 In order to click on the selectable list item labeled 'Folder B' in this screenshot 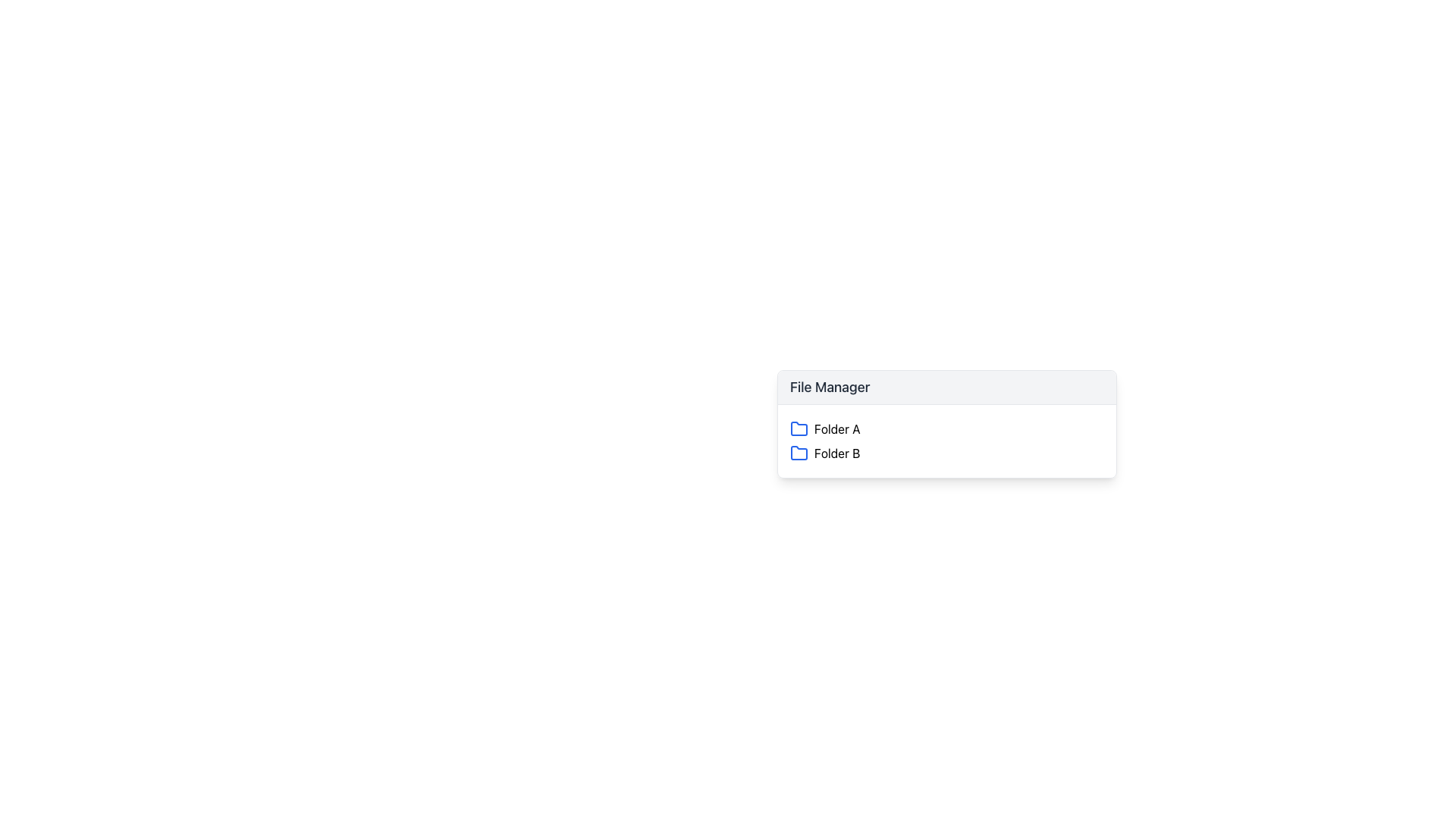, I will do `click(946, 452)`.